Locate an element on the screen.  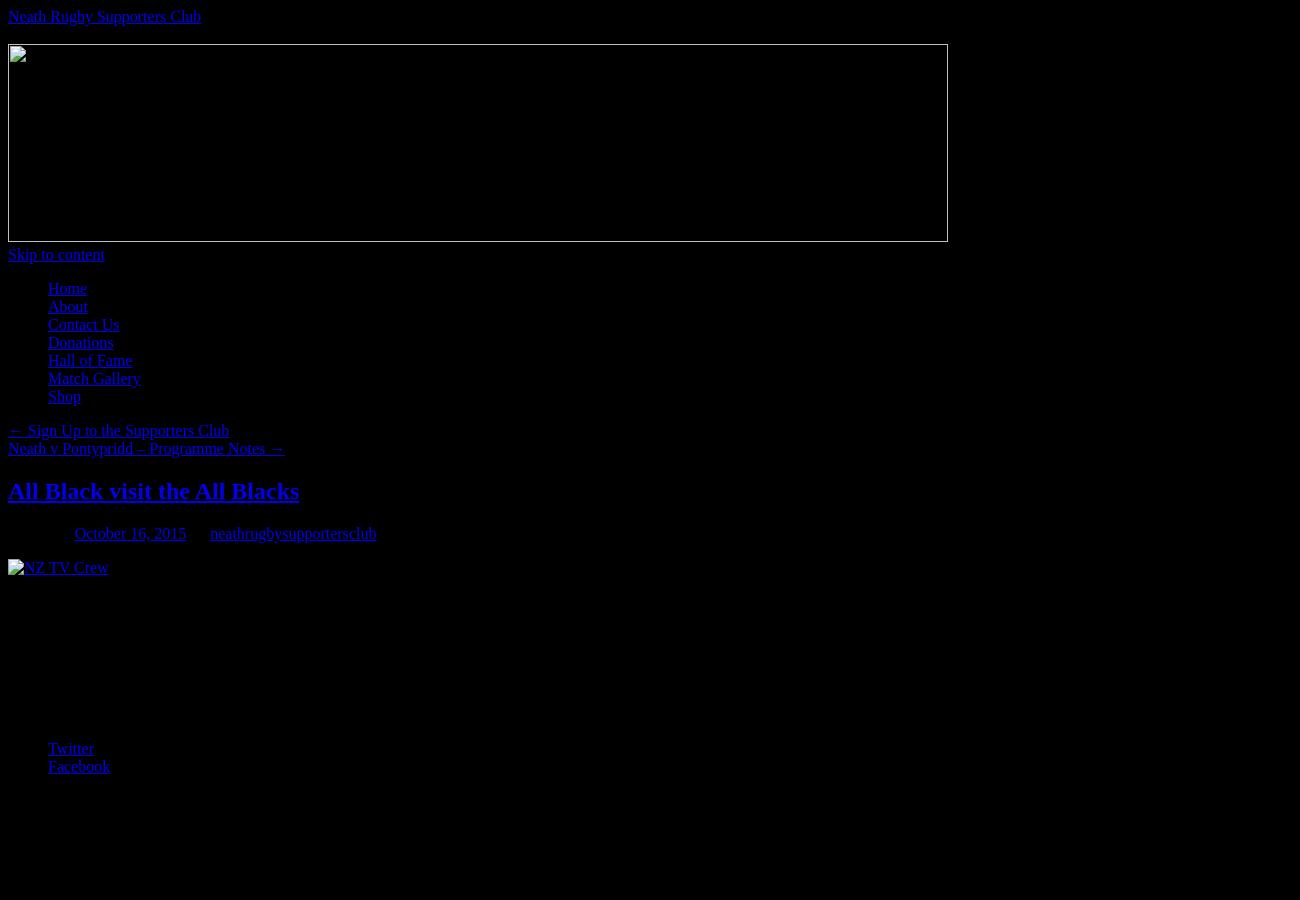
'Posted on' is located at coordinates (38, 531).